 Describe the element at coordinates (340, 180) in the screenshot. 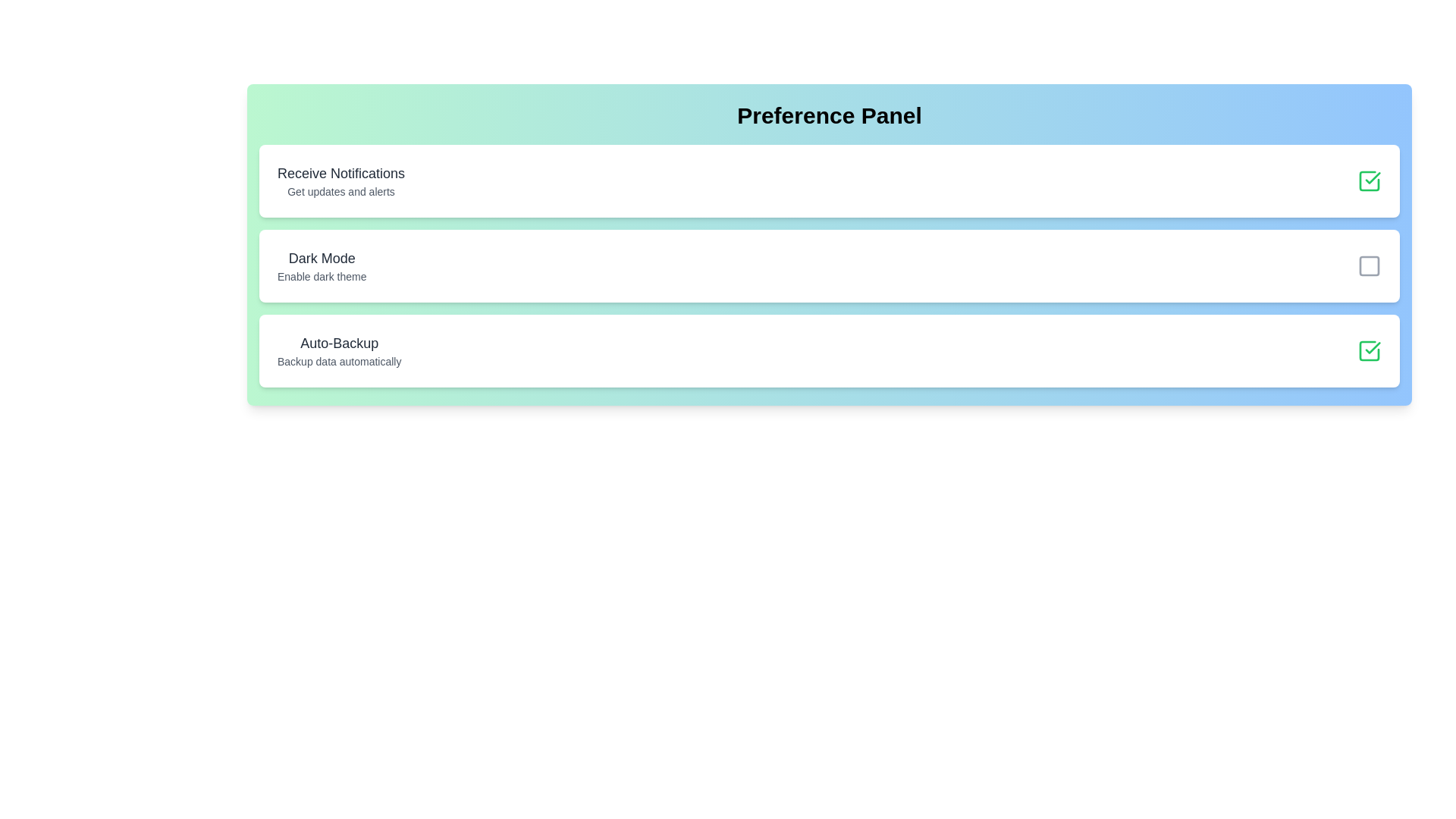

I see `text element labeled 'Receive Notifications' which is bold and has a smaller, lighter text below it that reads 'Get updates and alerts'` at that location.